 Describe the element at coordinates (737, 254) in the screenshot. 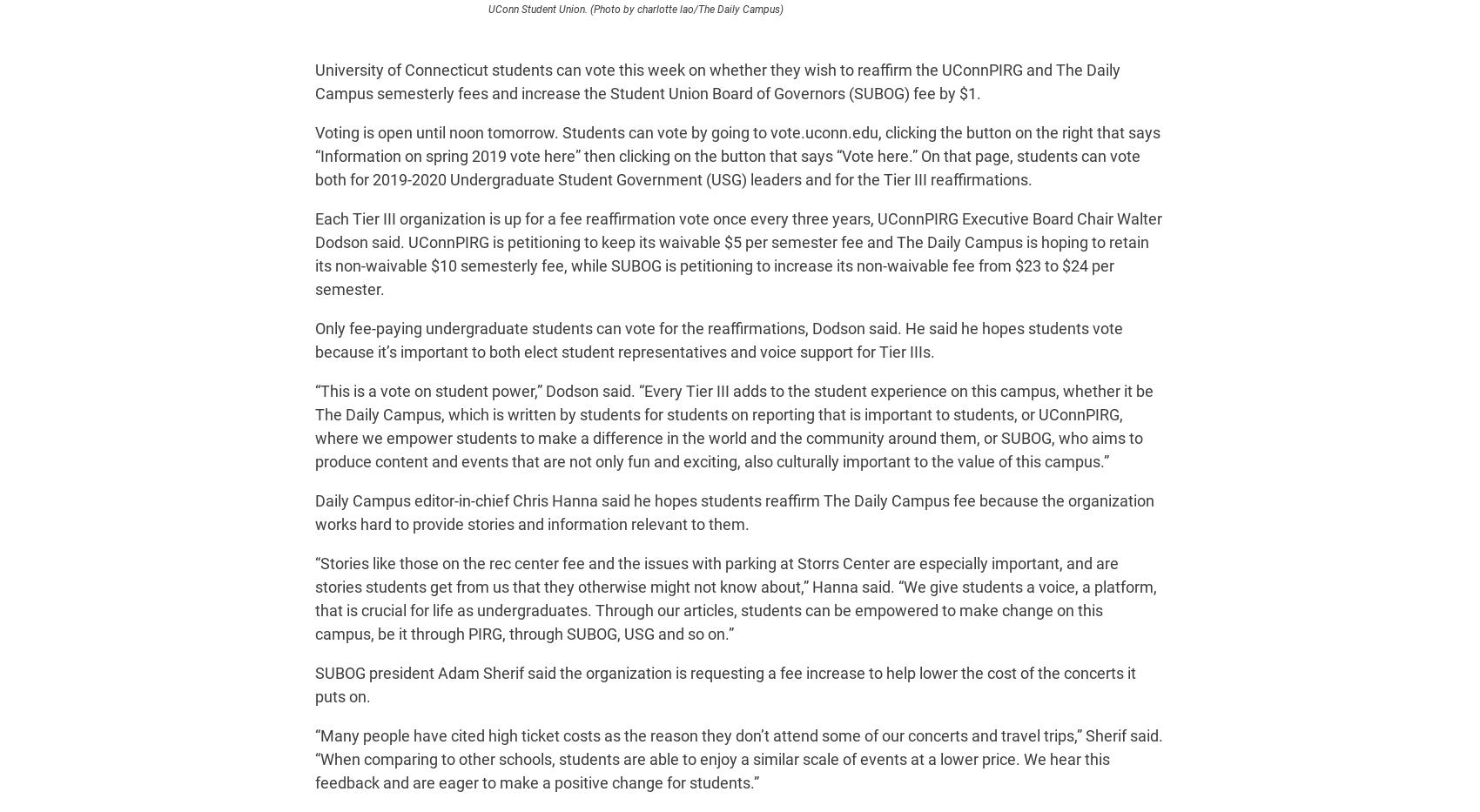

I see `'Each Tier III organization is up for a fee reaffirmation vote once every three years, UConnPIRG Executive Board Chair Walter Dodson said. UConnPIRG is petitioning to keep its waivable $5 per semester fee and The Daily Campus is hoping to retain its non-waivable $10 semesterly fee, while SUBOG is petitioning to increase its non-waivable fee from $23 to $24 per semester.'` at that location.